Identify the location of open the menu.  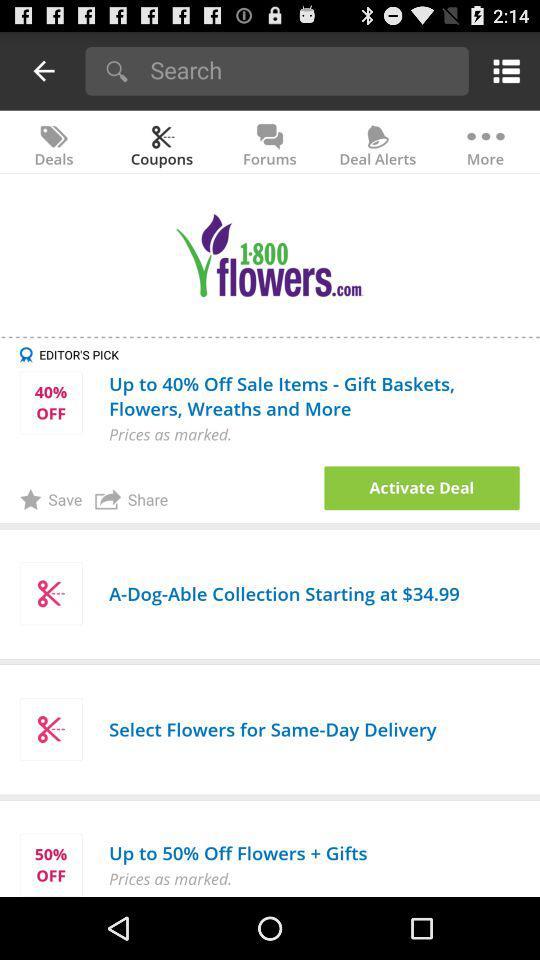
(502, 70).